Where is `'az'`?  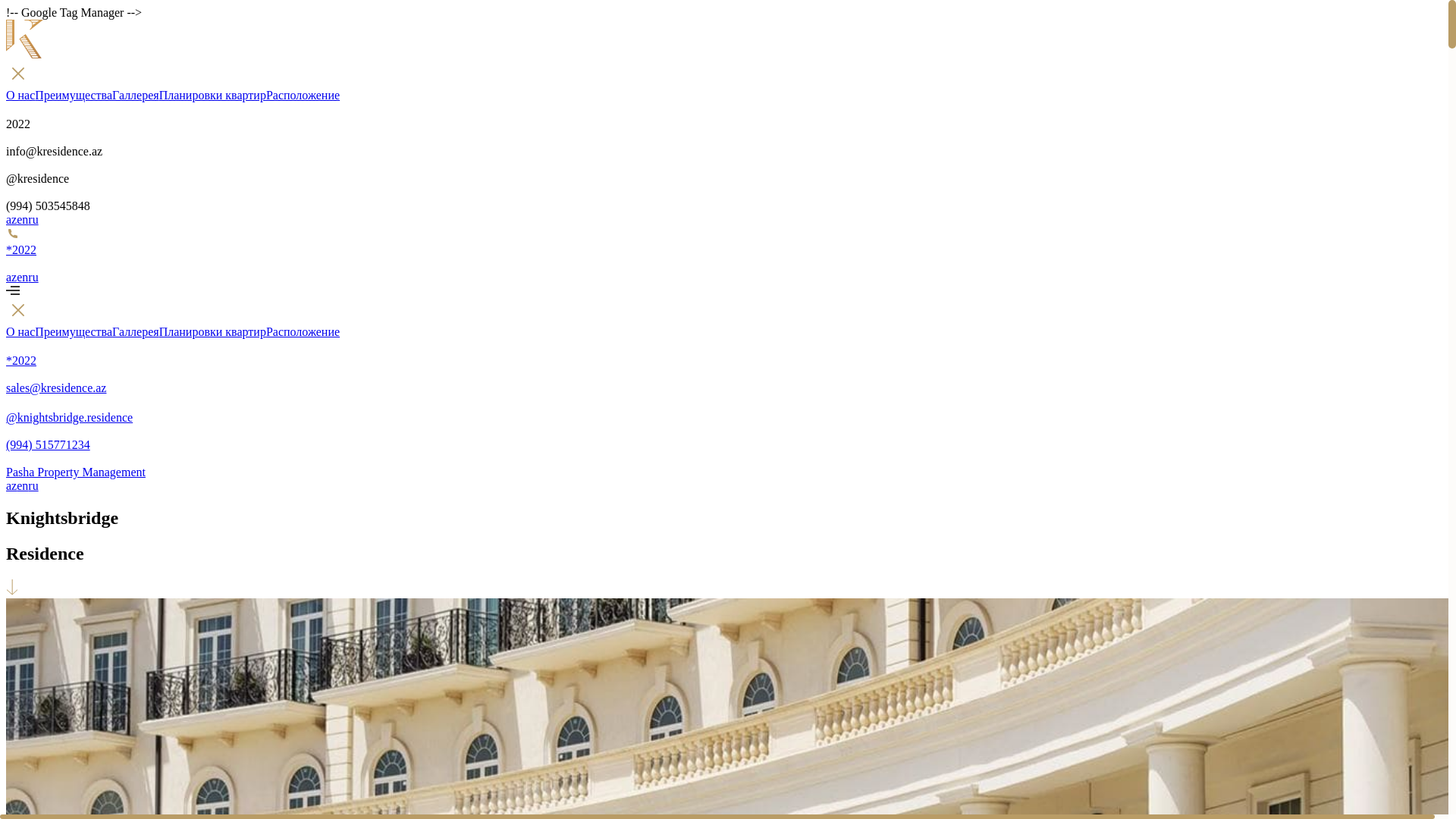
'az' is located at coordinates (6, 277).